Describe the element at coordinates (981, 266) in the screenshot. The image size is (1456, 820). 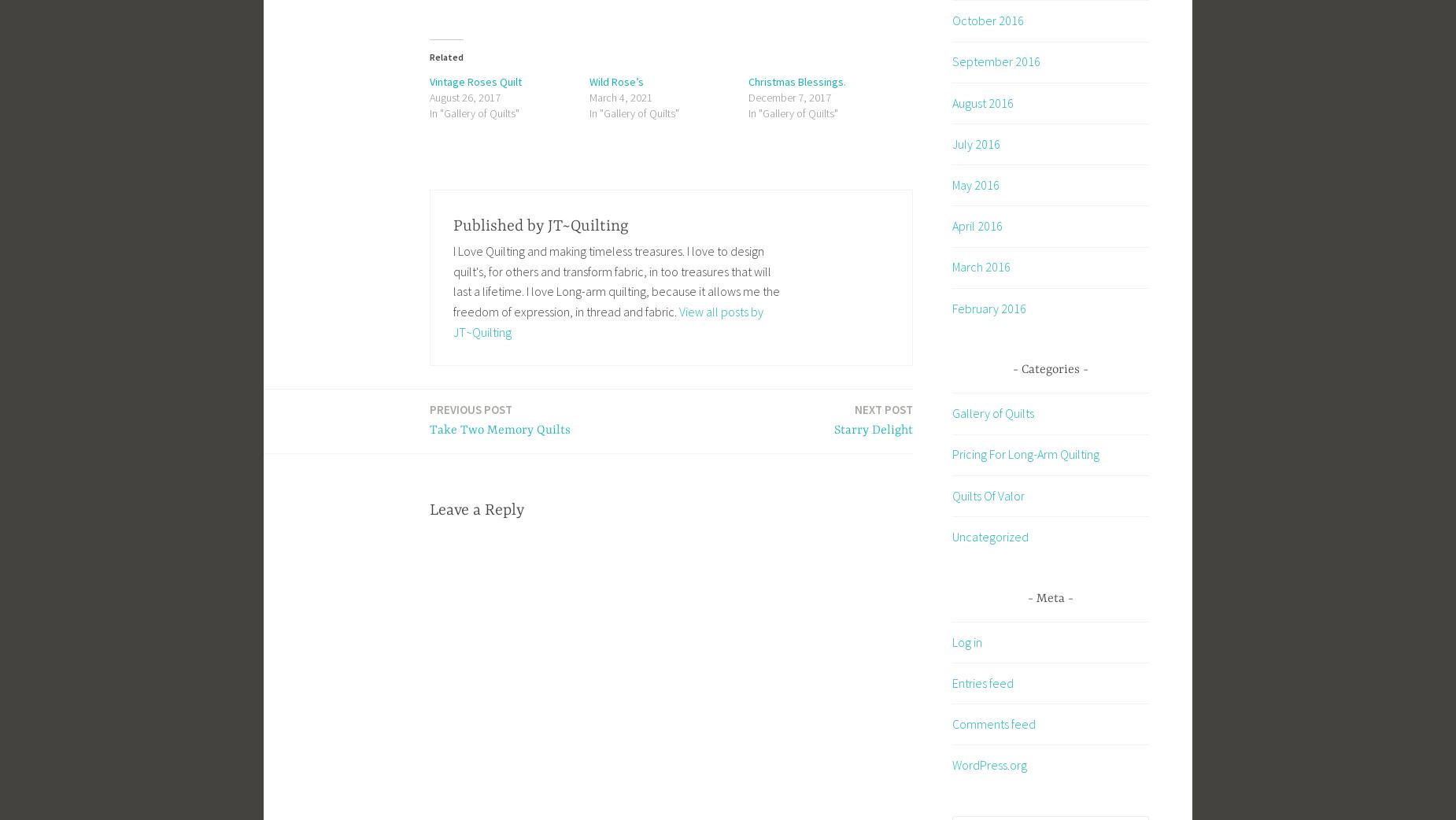
I see `'March 2016'` at that location.